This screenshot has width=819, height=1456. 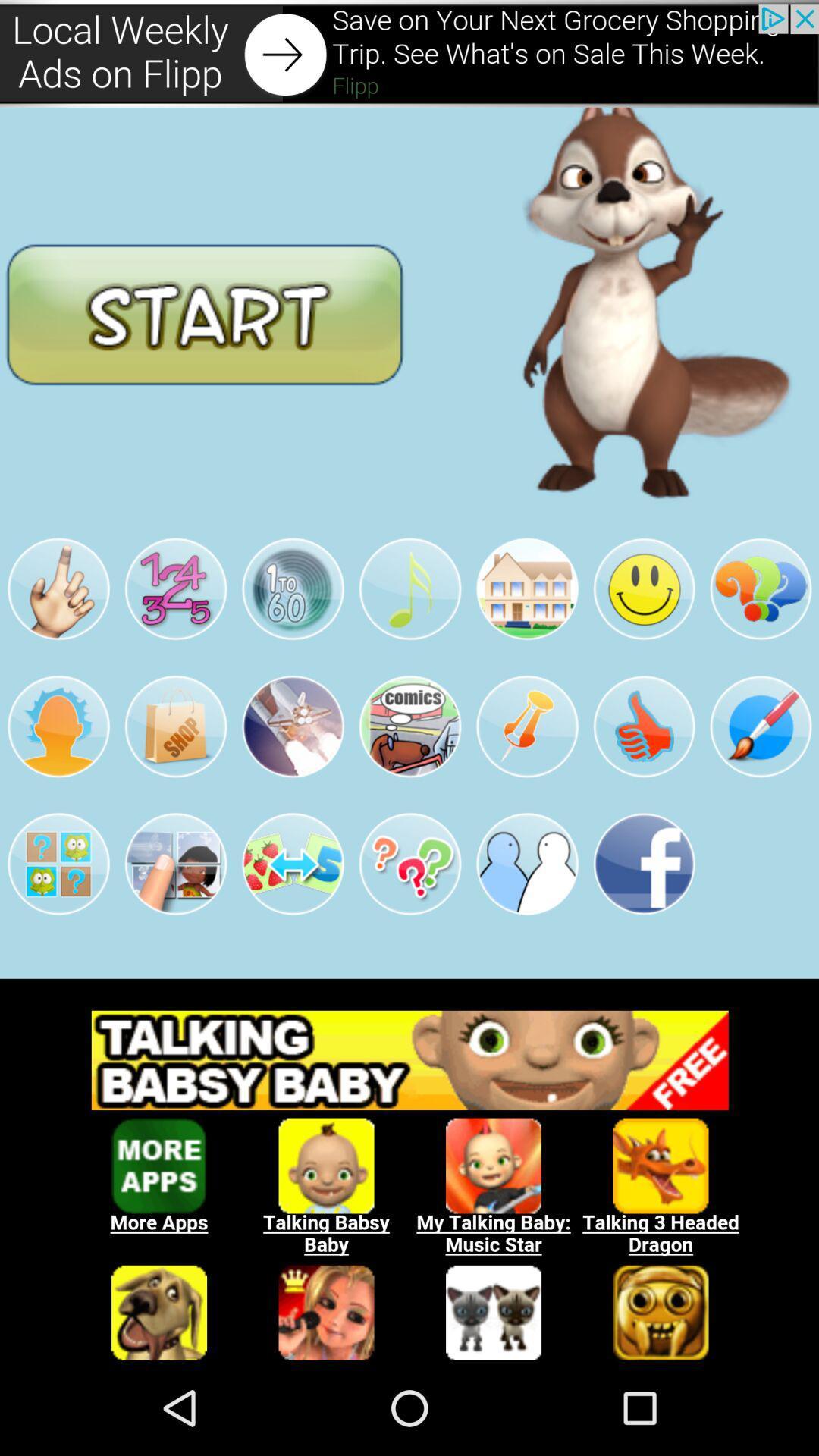 What do you see at coordinates (174, 726) in the screenshot?
I see `shop icon` at bounding box center [174, 726].